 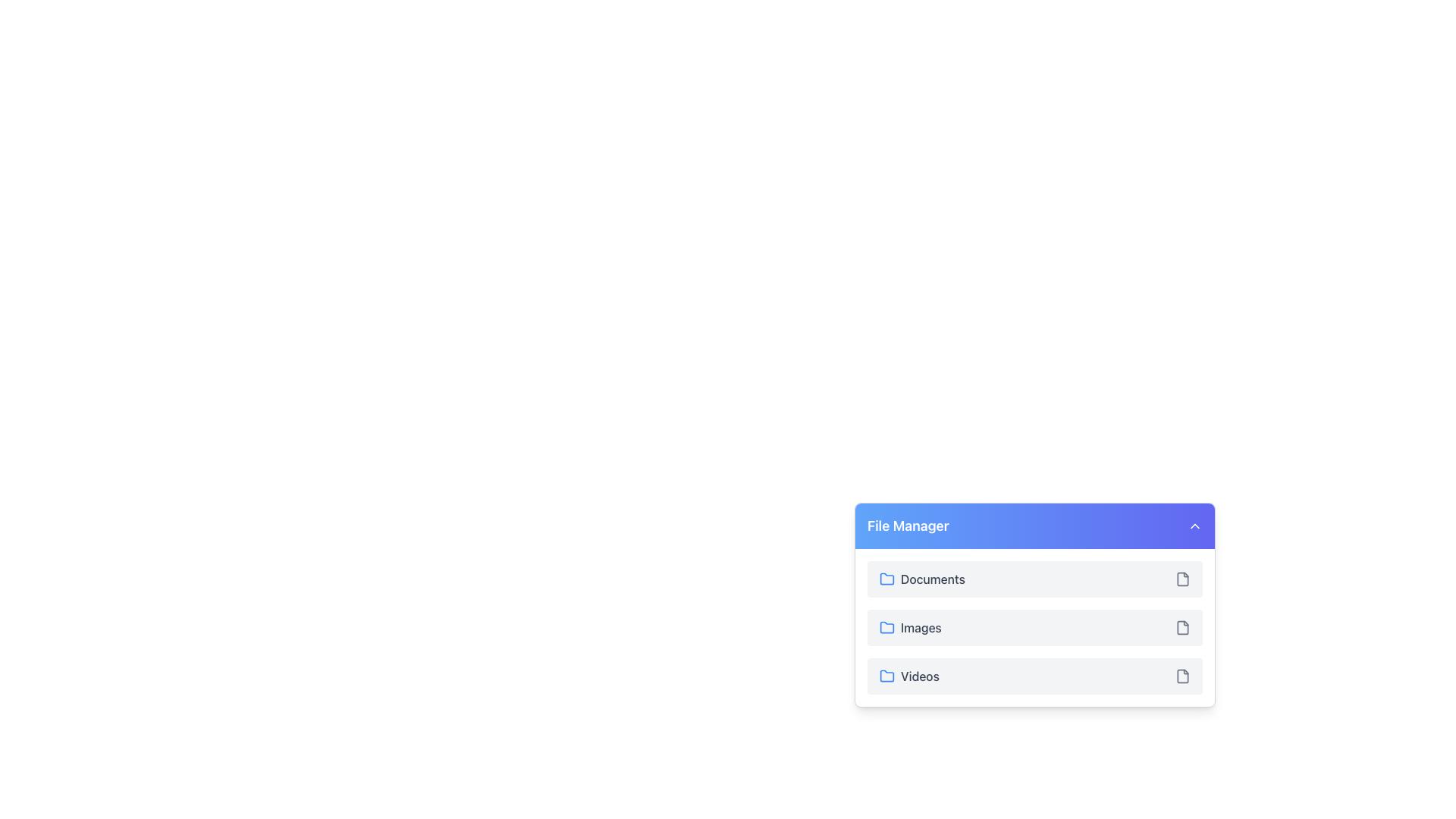 I want to click on the small gray document icon located to the right of the 'Documents' label in the 'File Manager' section, so click(x=1182, y=579).